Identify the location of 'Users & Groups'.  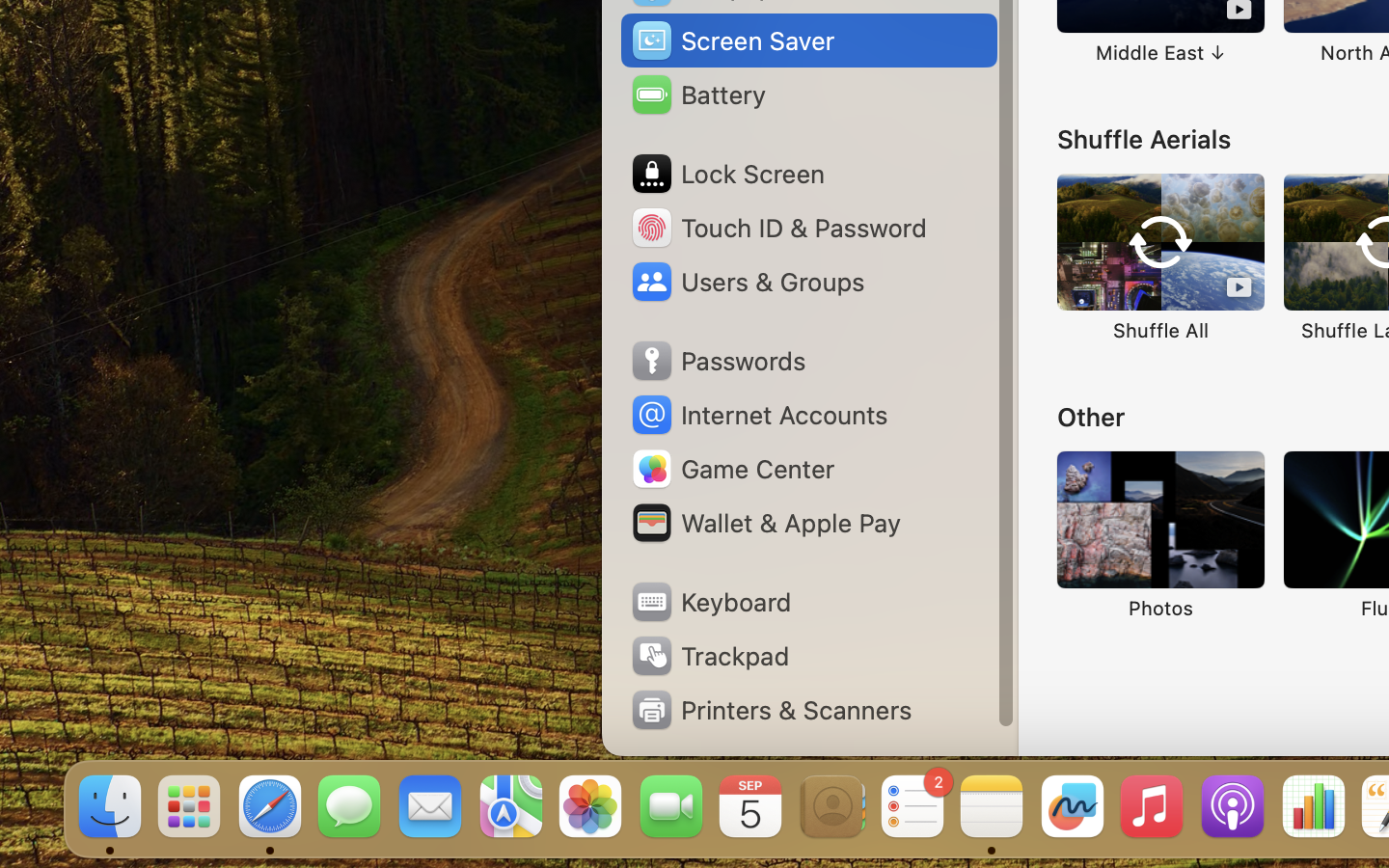
(746, 280).